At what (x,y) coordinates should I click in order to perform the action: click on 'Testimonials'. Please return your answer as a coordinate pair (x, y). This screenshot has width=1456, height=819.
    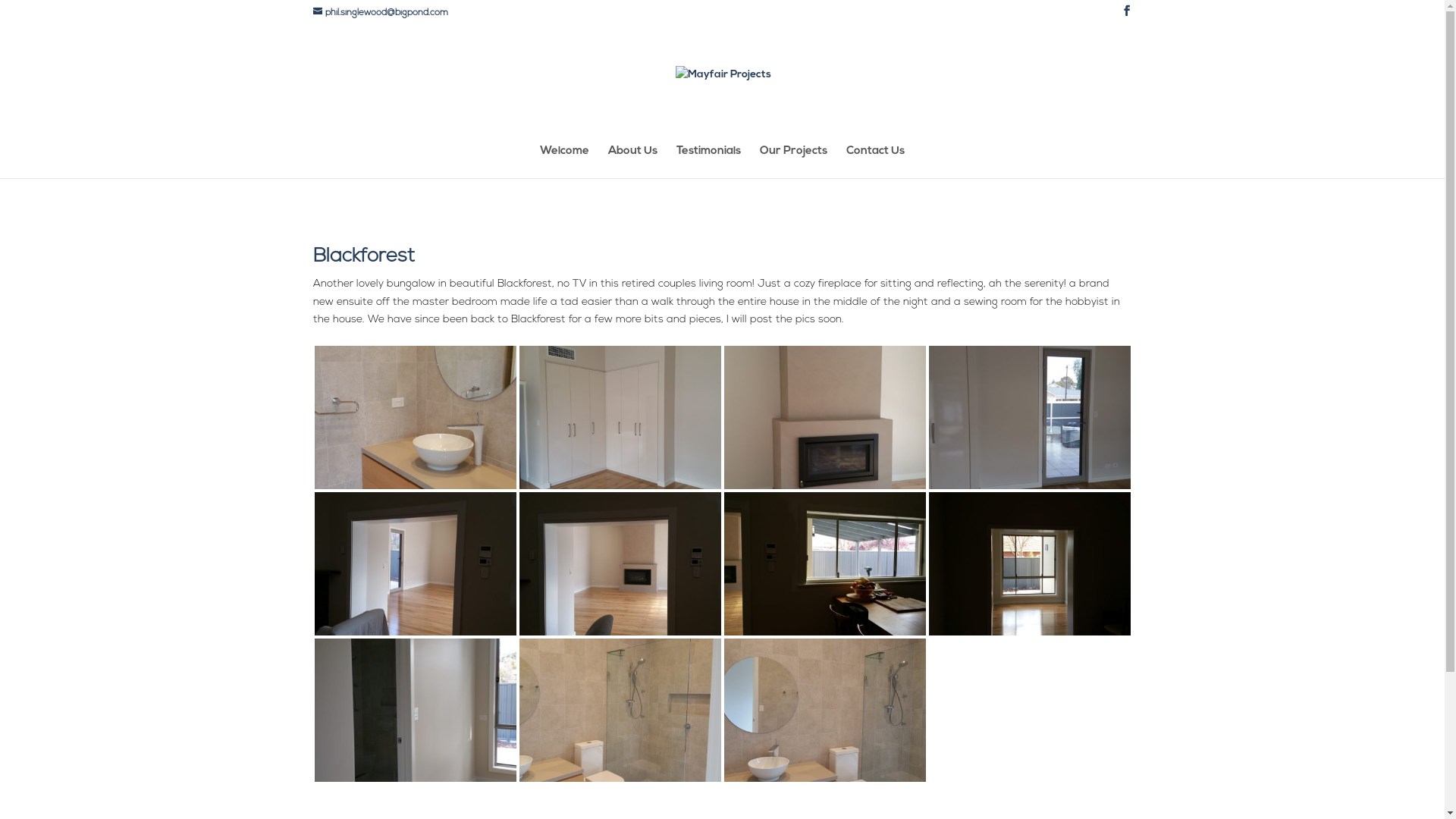
    Looking at the image, I should click on (708, 162).